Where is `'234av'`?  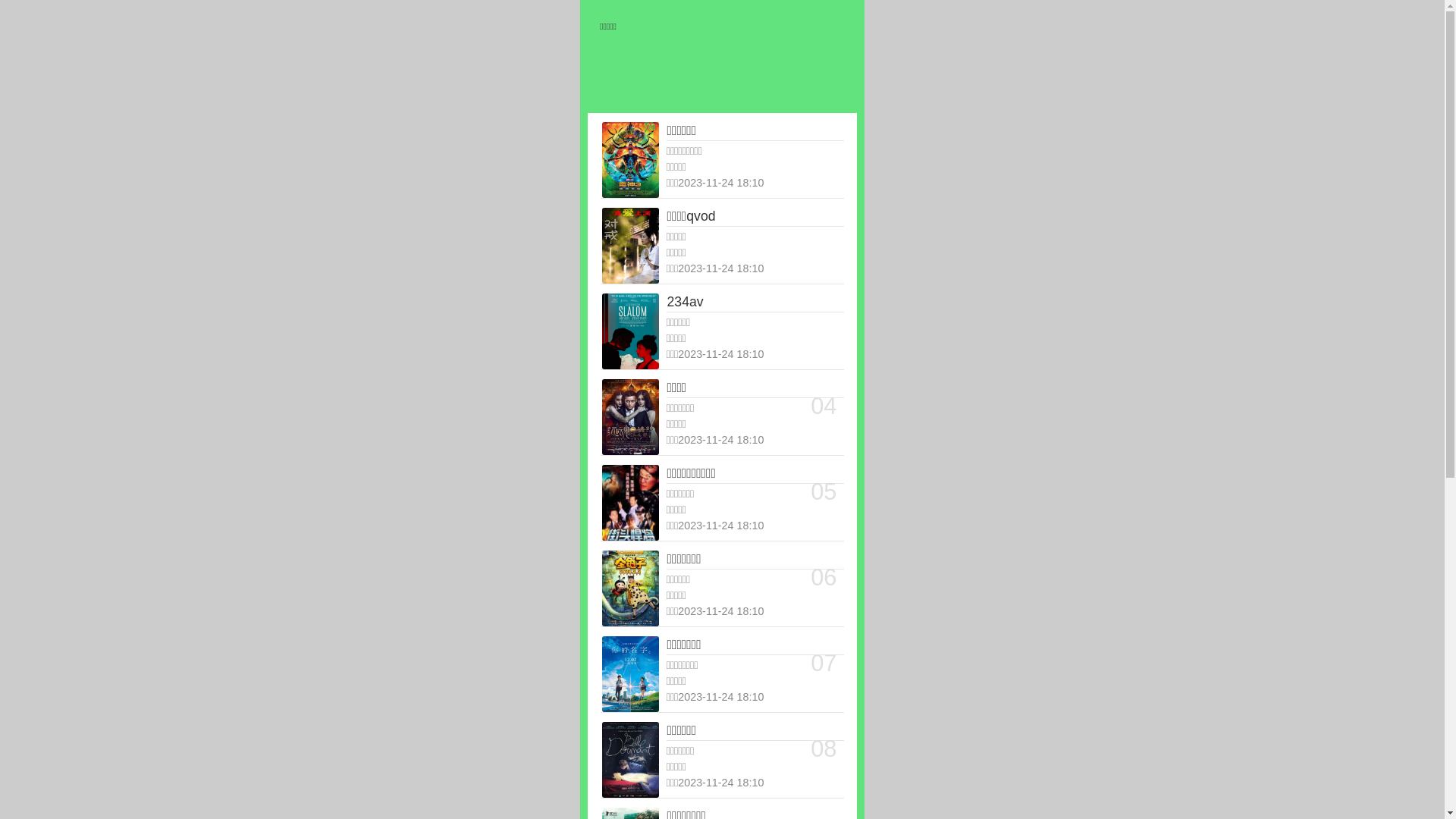
'234av' is located at coordinates (666, 303).